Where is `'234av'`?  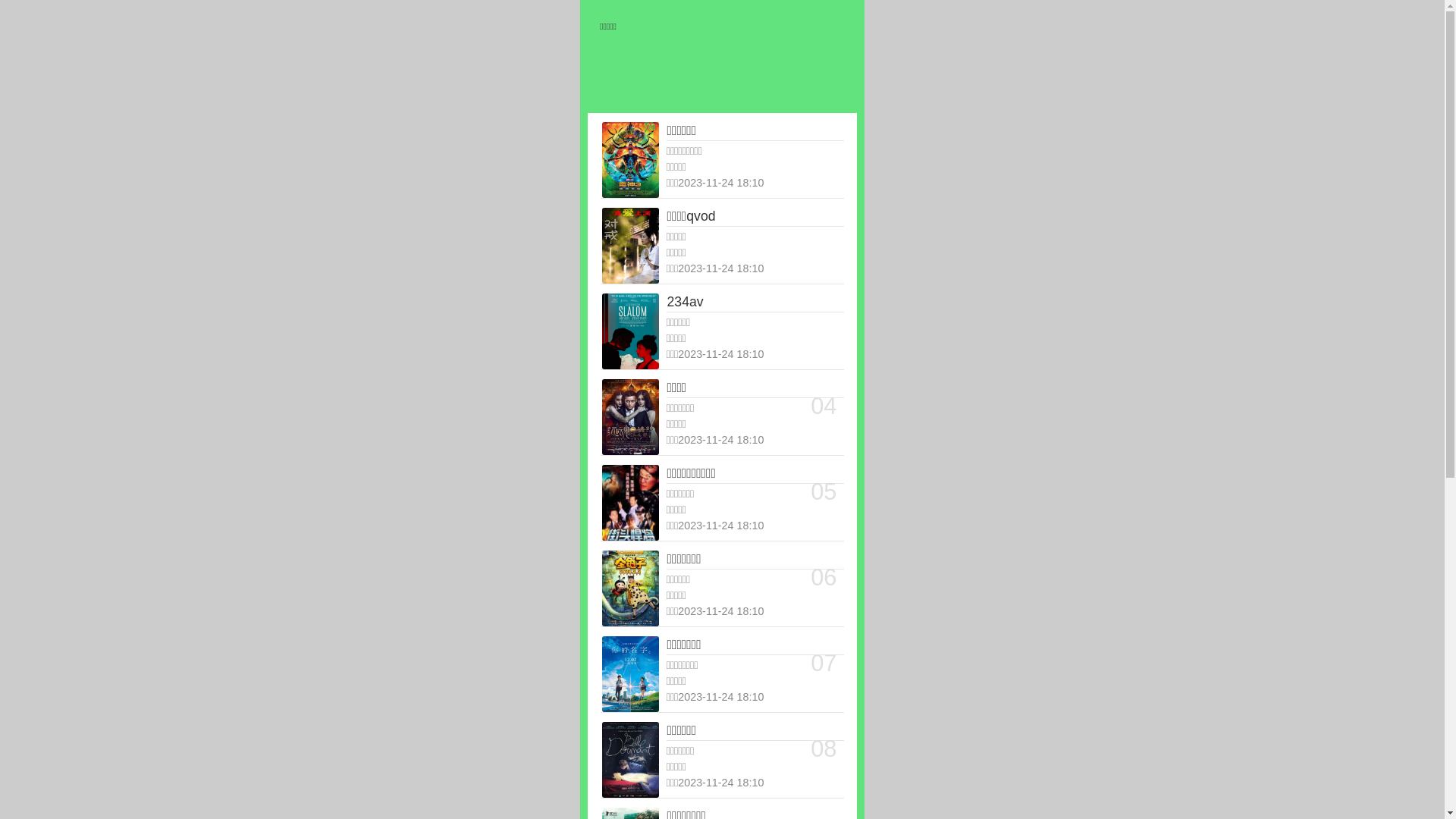
'234av' is located at coordinates (666, 303).